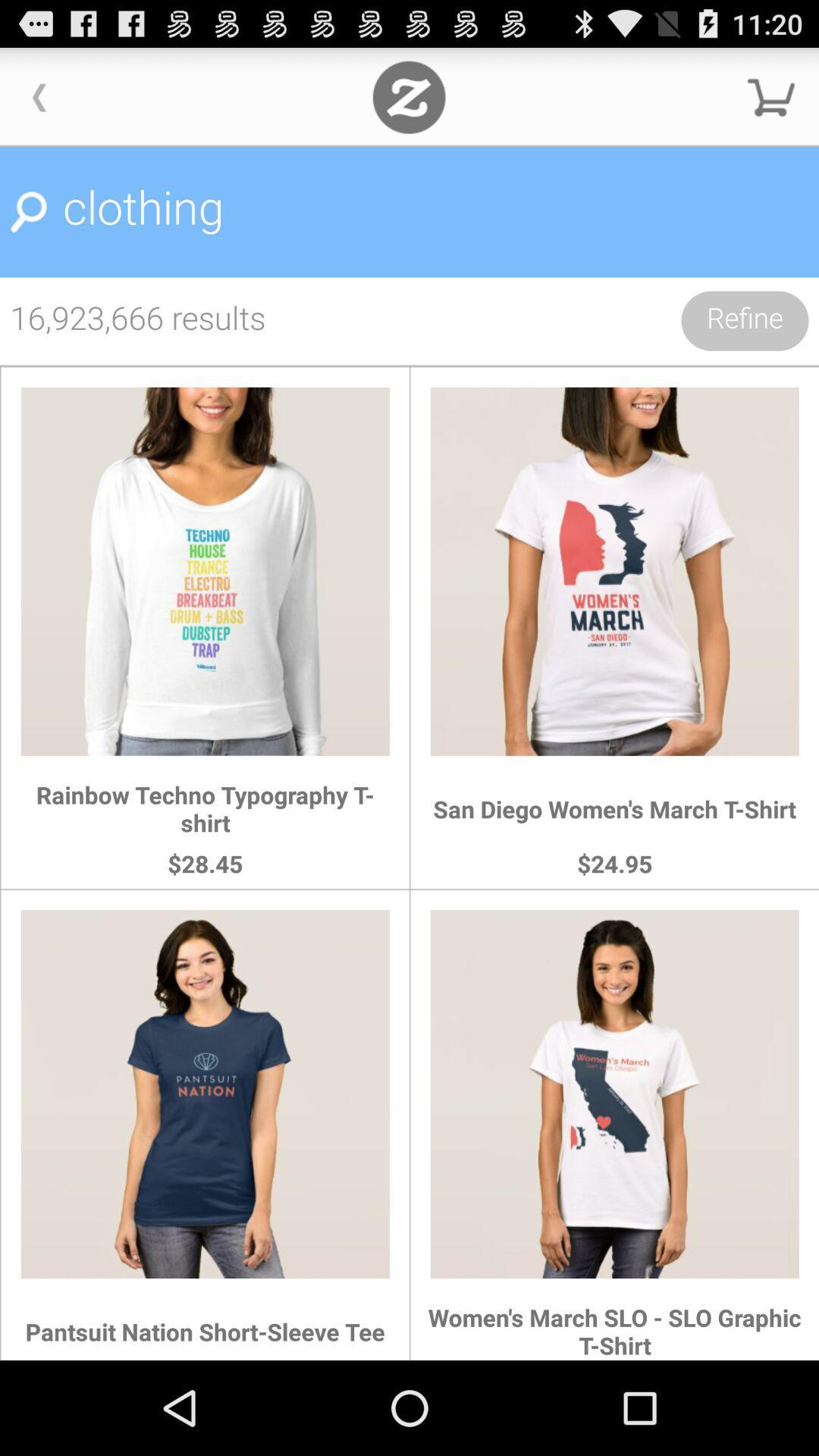  What do you see at coordinates (744, 320) in the screenshot?
I see `item next to the 16 923 666 icon` at bounding box center [744, 320].